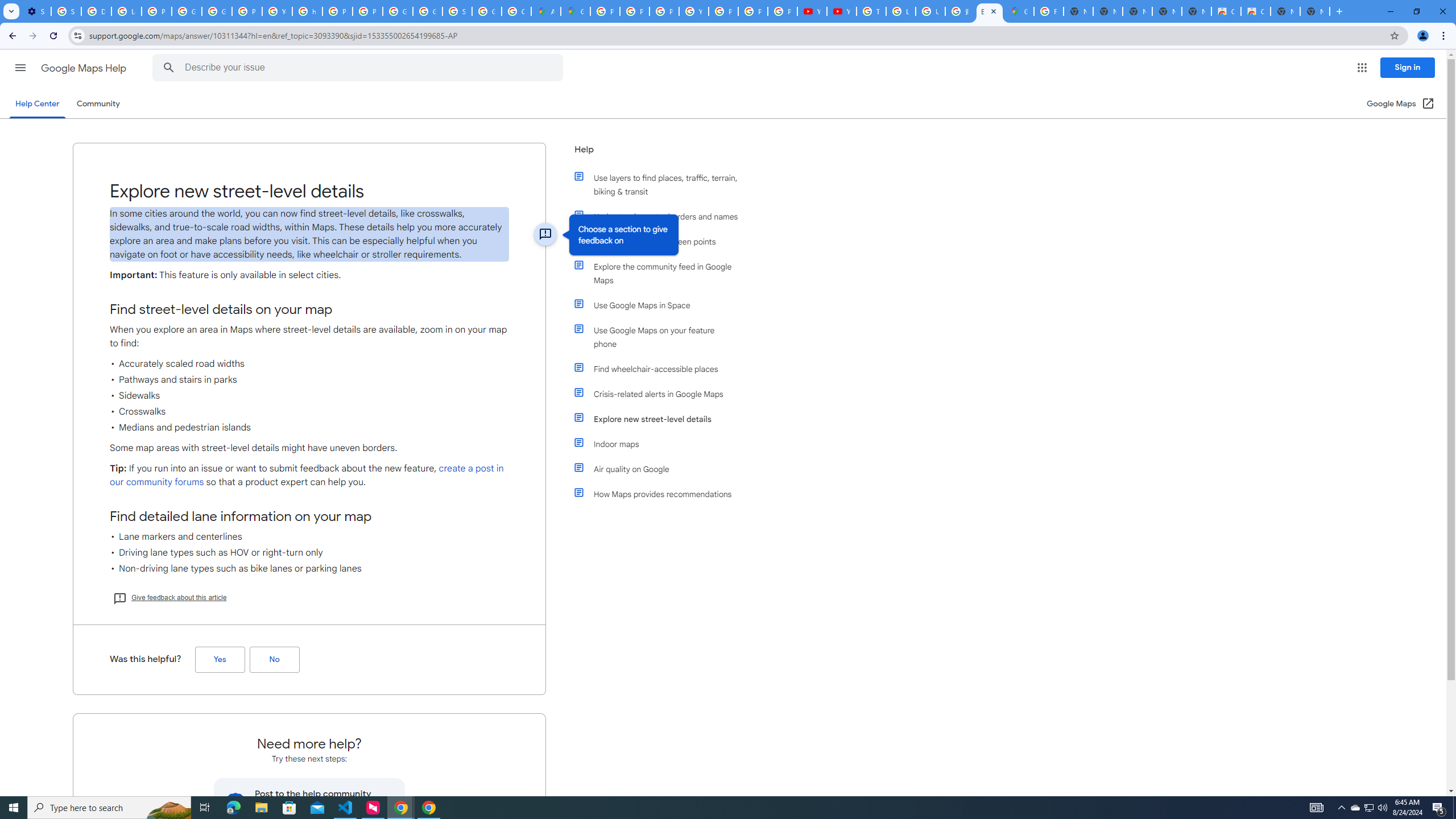  Describe the element at coordinates (220, 660) in the screenshot. I see `'Yes (Was this helpful?)'` at that location.